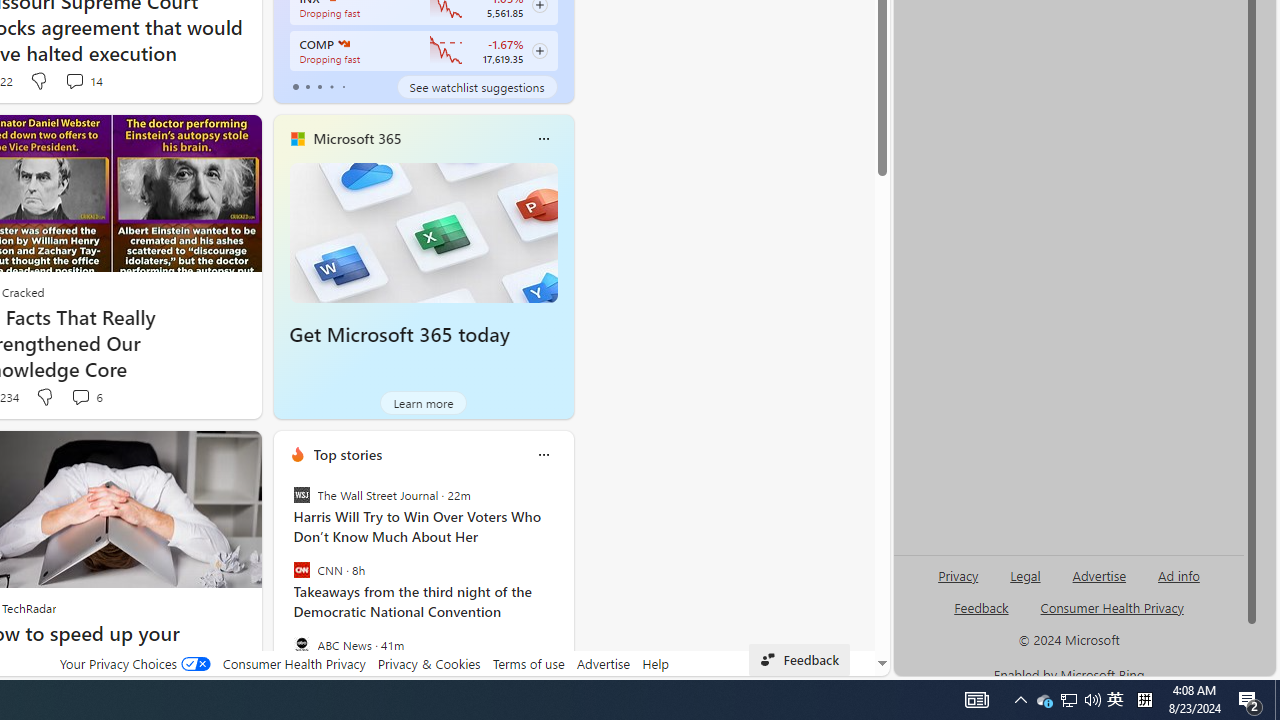  What do you see at coordinates (306, 86) in the screenshot?
I see `'tab-1'` at bounding box center [306, 86].